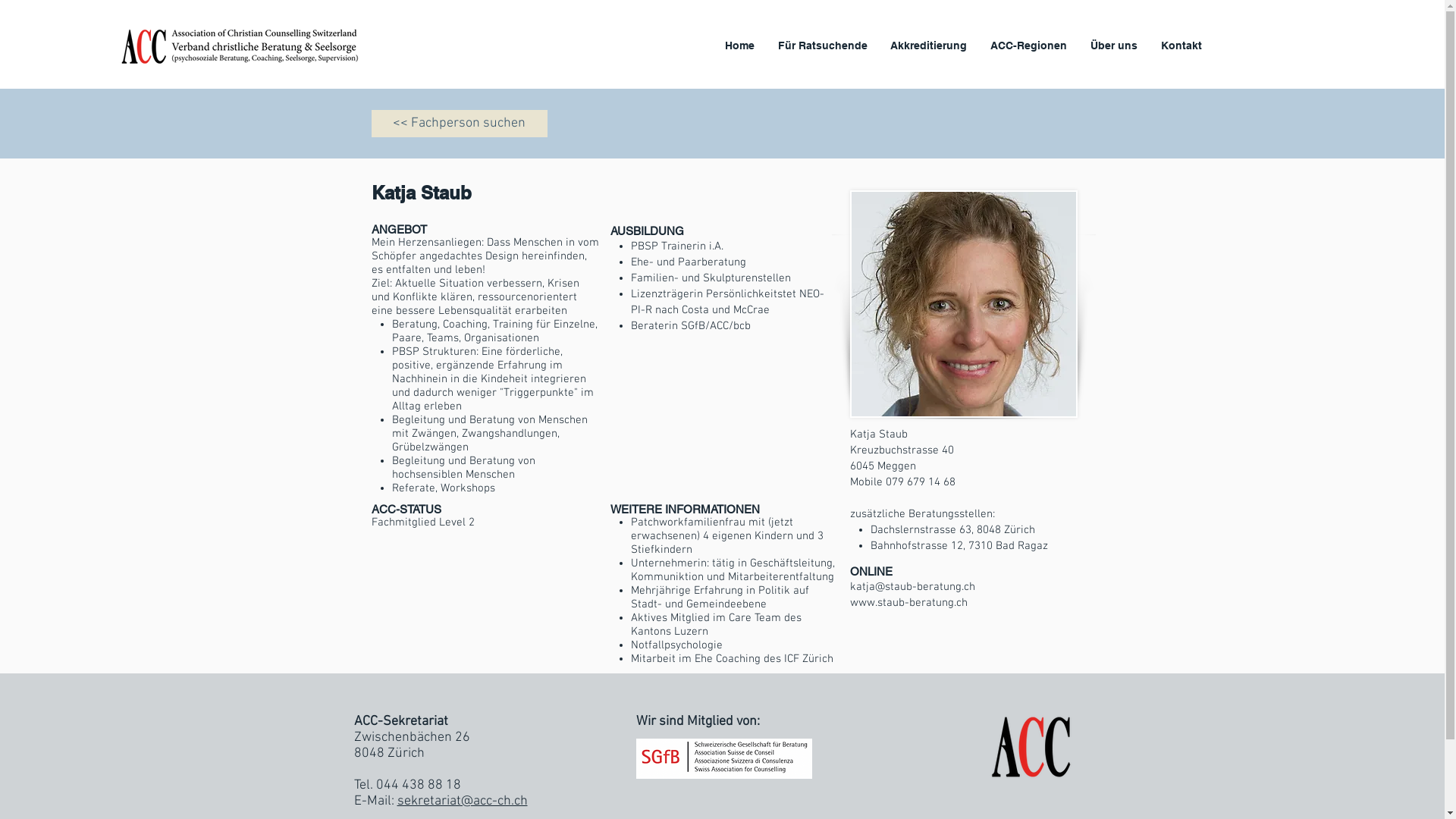 Image resolution: width=1456 pixels, height=819 pixels. I want to click on 'katja@staub-beratung.ch', so click(911, 586).